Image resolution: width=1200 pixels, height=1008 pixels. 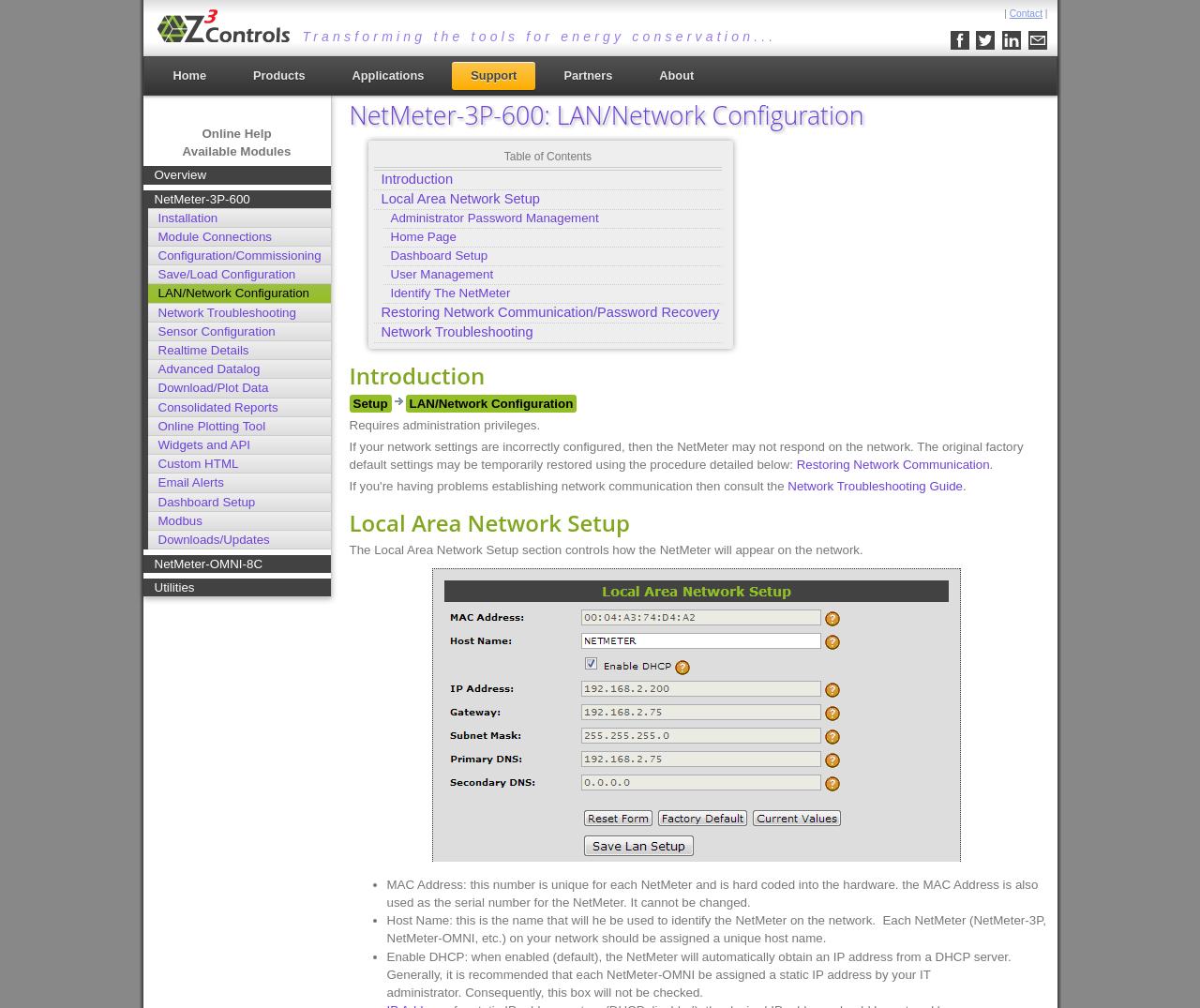 What do you see at coordinates (389, 273) in the screenshot?
I see `'User Management'` at bounding box center [389, 273].